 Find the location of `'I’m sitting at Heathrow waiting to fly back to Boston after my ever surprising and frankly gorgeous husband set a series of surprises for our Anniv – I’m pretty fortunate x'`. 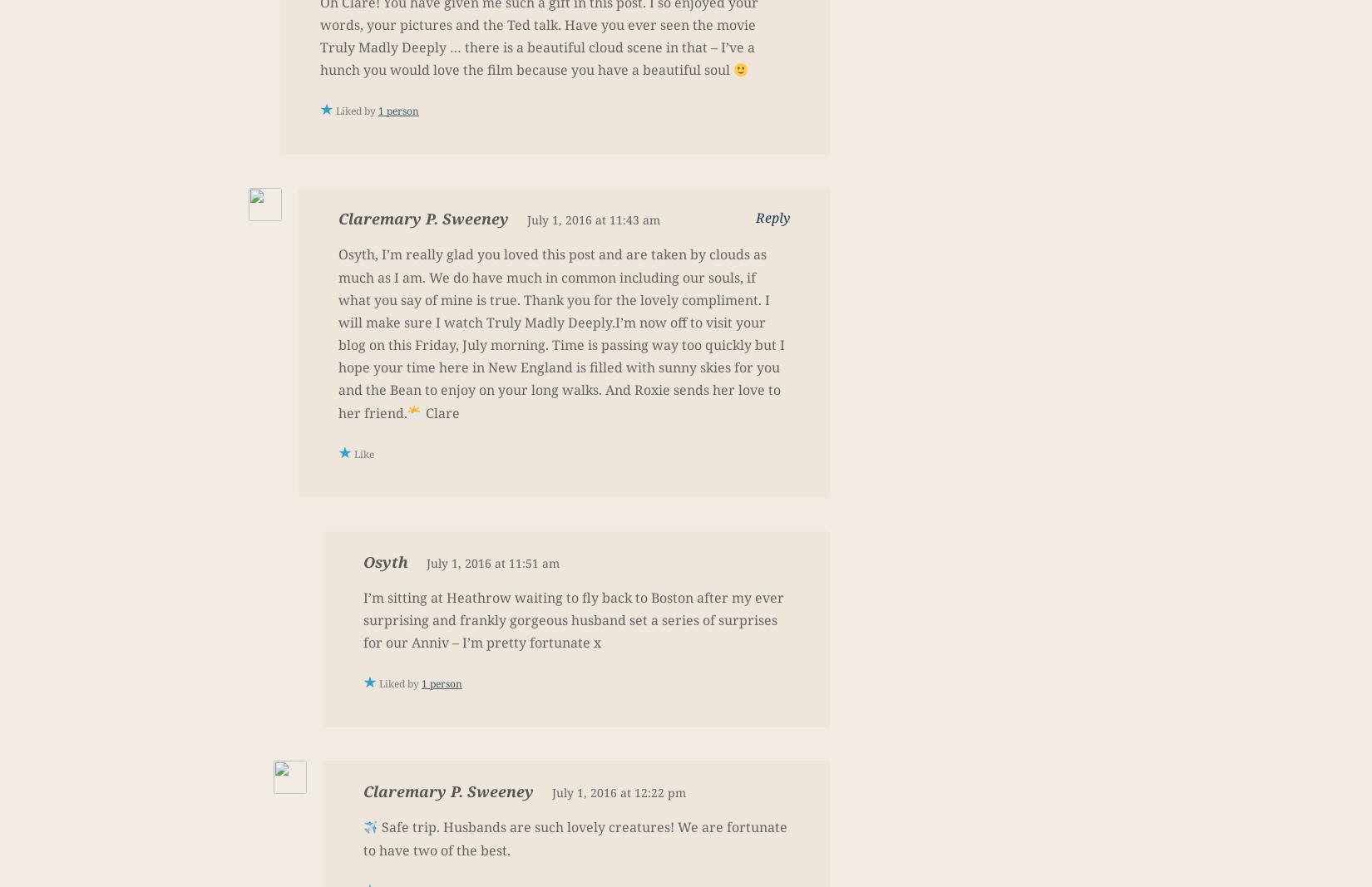

'I’m sitting at Heathrow waiting to fly back to Boston after my ever surprising and frankly gorgeous husband set a series of surprises for our Anniv – I’m pretty fortunate x' is located at coordinates (573, 618).